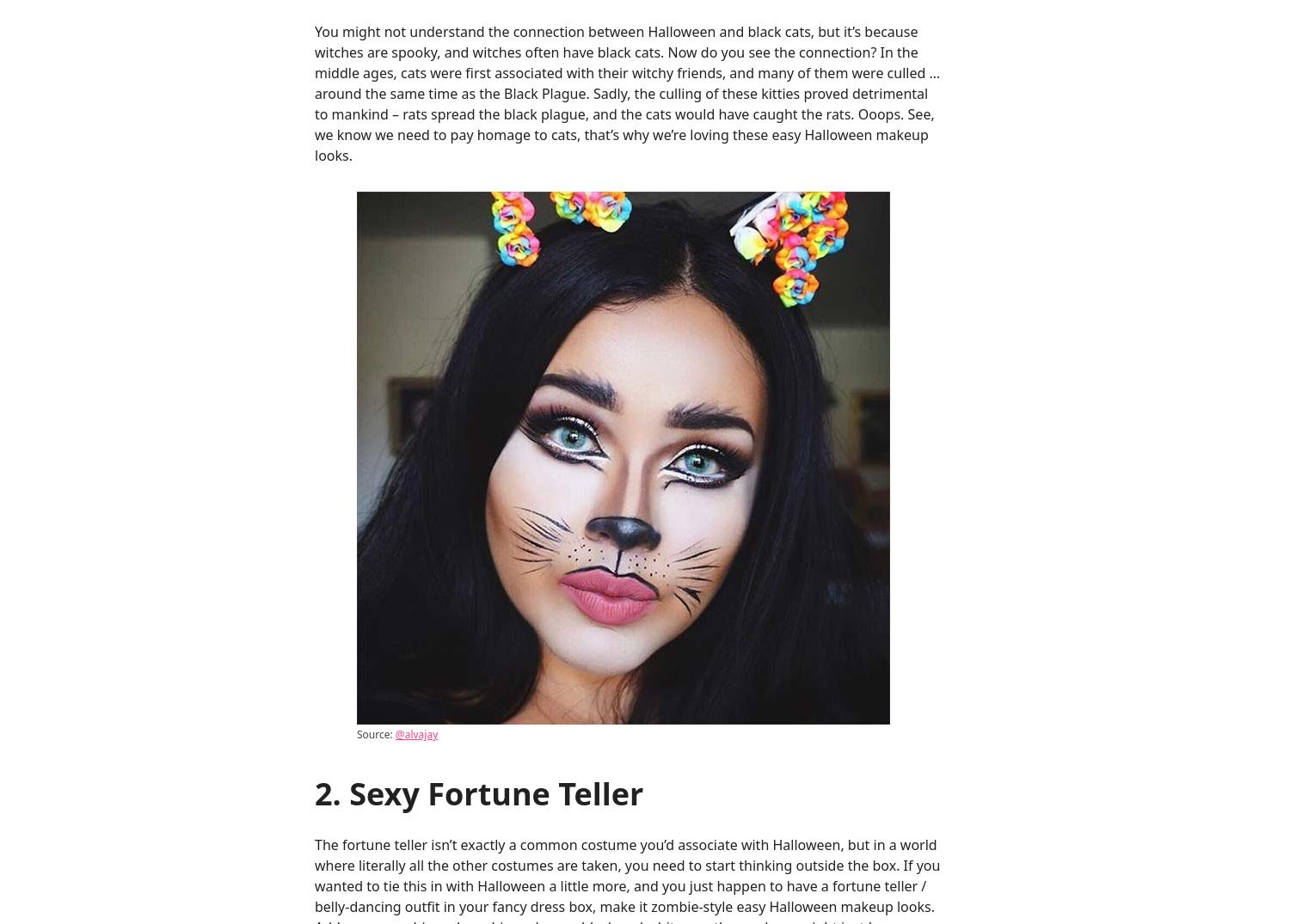  What do you see at coordinates (671, 296) in the screenshot?
I see `'Required fields are marked'` at bounding box center [671, 296].